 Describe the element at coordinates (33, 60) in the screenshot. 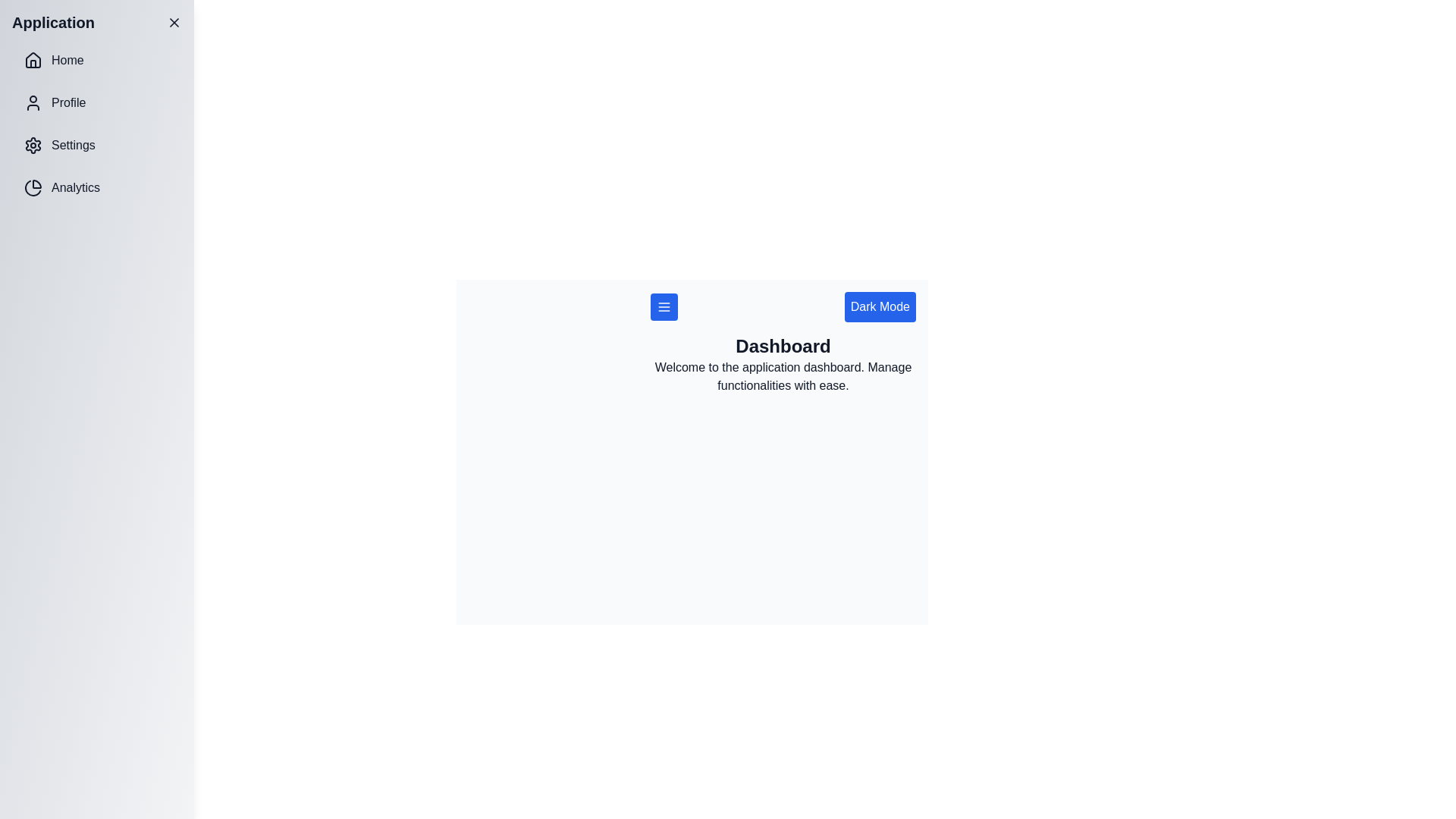

I see `the 'Home' icon located at the top of the vertical navigation bar on the left side of the application` at that location.